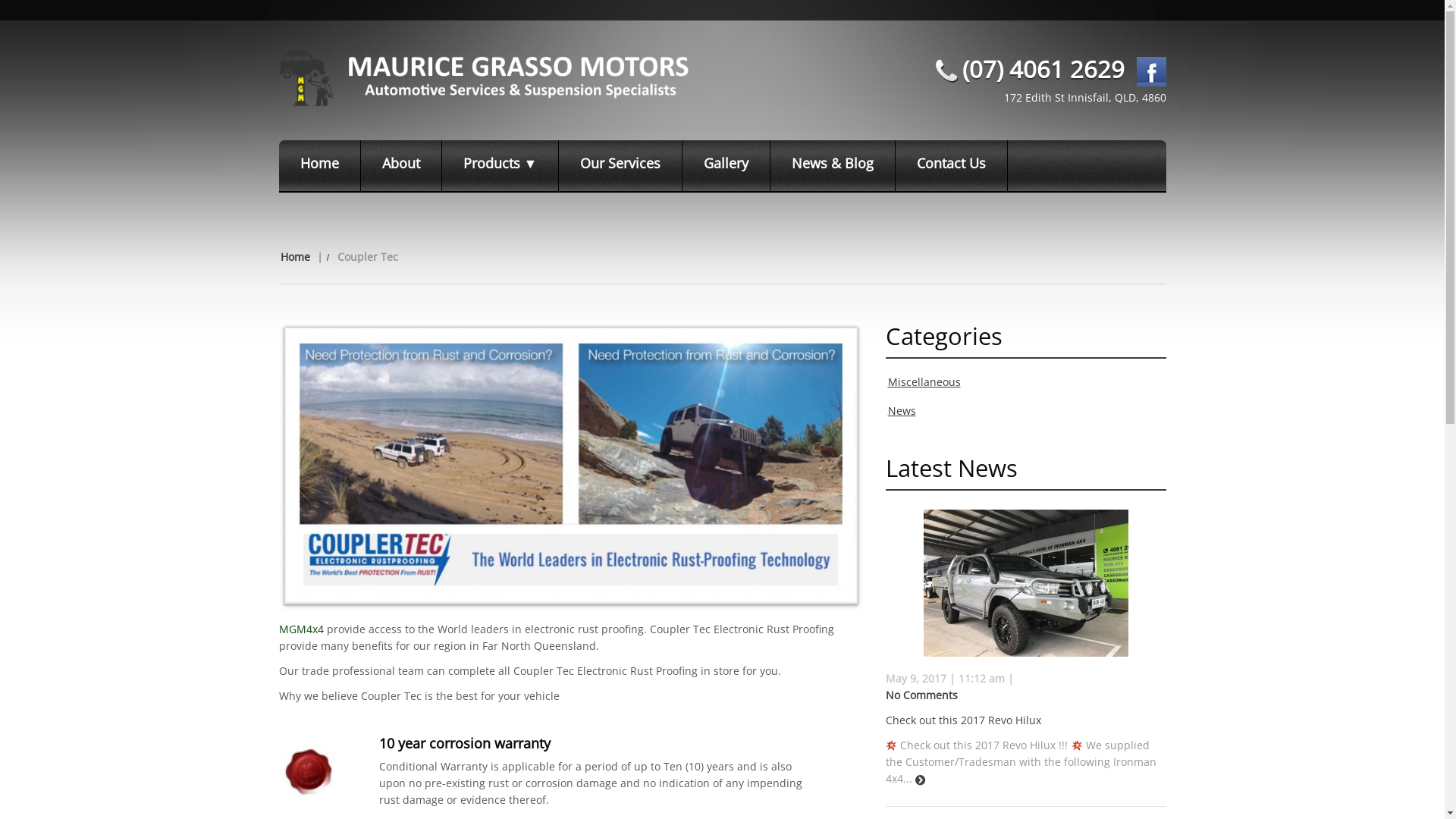 This screenshot has width=1456, height=819. What do you see at coordinates (901, 410) in the screenshot?
I see `'News'` at bounding box center [901, 410].